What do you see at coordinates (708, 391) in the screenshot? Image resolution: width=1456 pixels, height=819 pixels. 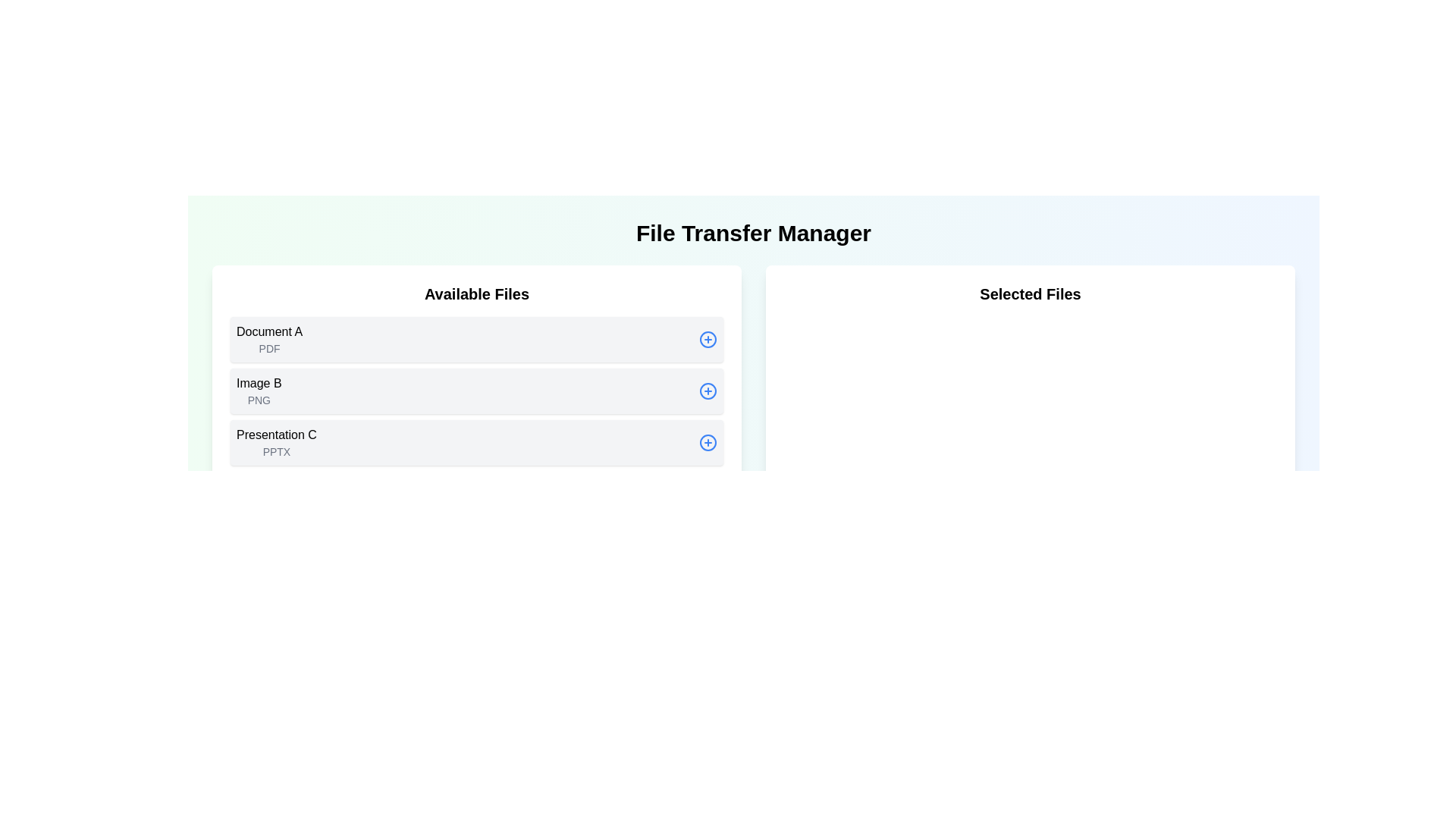 I see `the circular blue button with a plus symbol, which is located to the right of the 'Image B PNG' text` at bounding box center [708, 391].